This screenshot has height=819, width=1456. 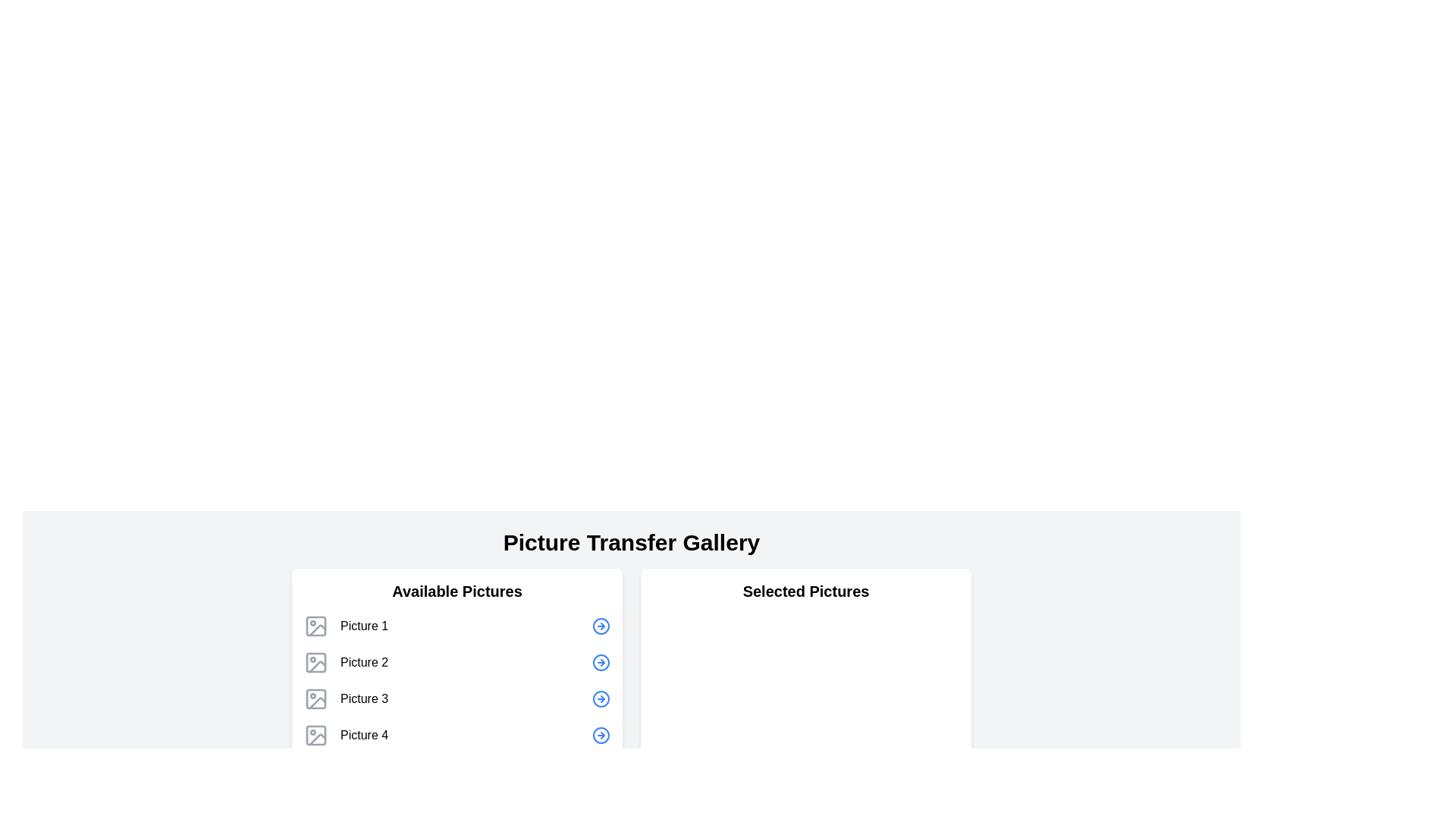 What do you see at coordinates (315, 626) in the screenshot?
I see `the rectangular icon representing a photo or image placeholder located to the left of the text 'Picture 1' in the 'Available Pictures' section` at bounding box center [315, 626].